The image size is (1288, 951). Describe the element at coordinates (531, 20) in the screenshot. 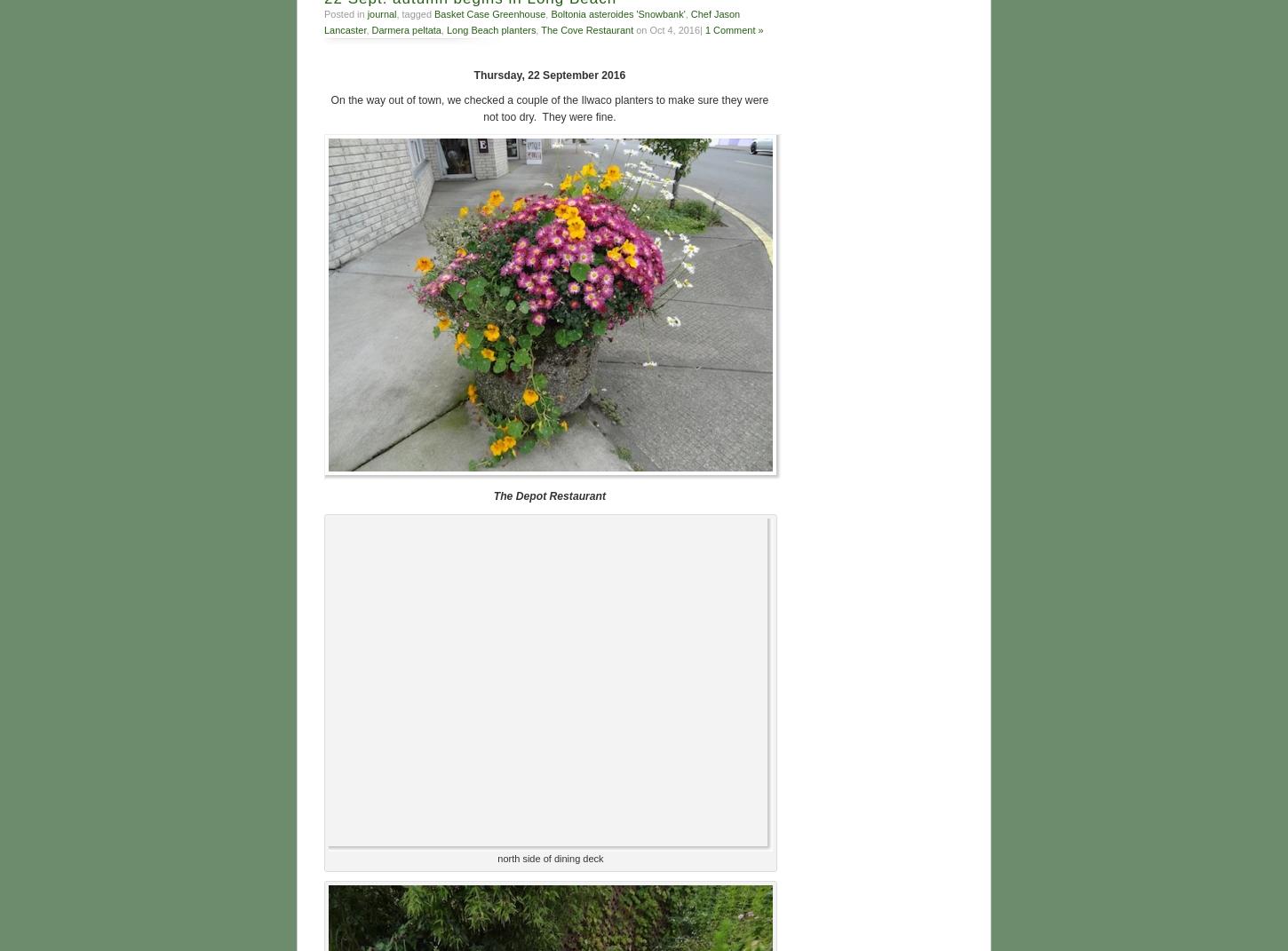

I see `'Chef Jason Lancaster'` at that location.